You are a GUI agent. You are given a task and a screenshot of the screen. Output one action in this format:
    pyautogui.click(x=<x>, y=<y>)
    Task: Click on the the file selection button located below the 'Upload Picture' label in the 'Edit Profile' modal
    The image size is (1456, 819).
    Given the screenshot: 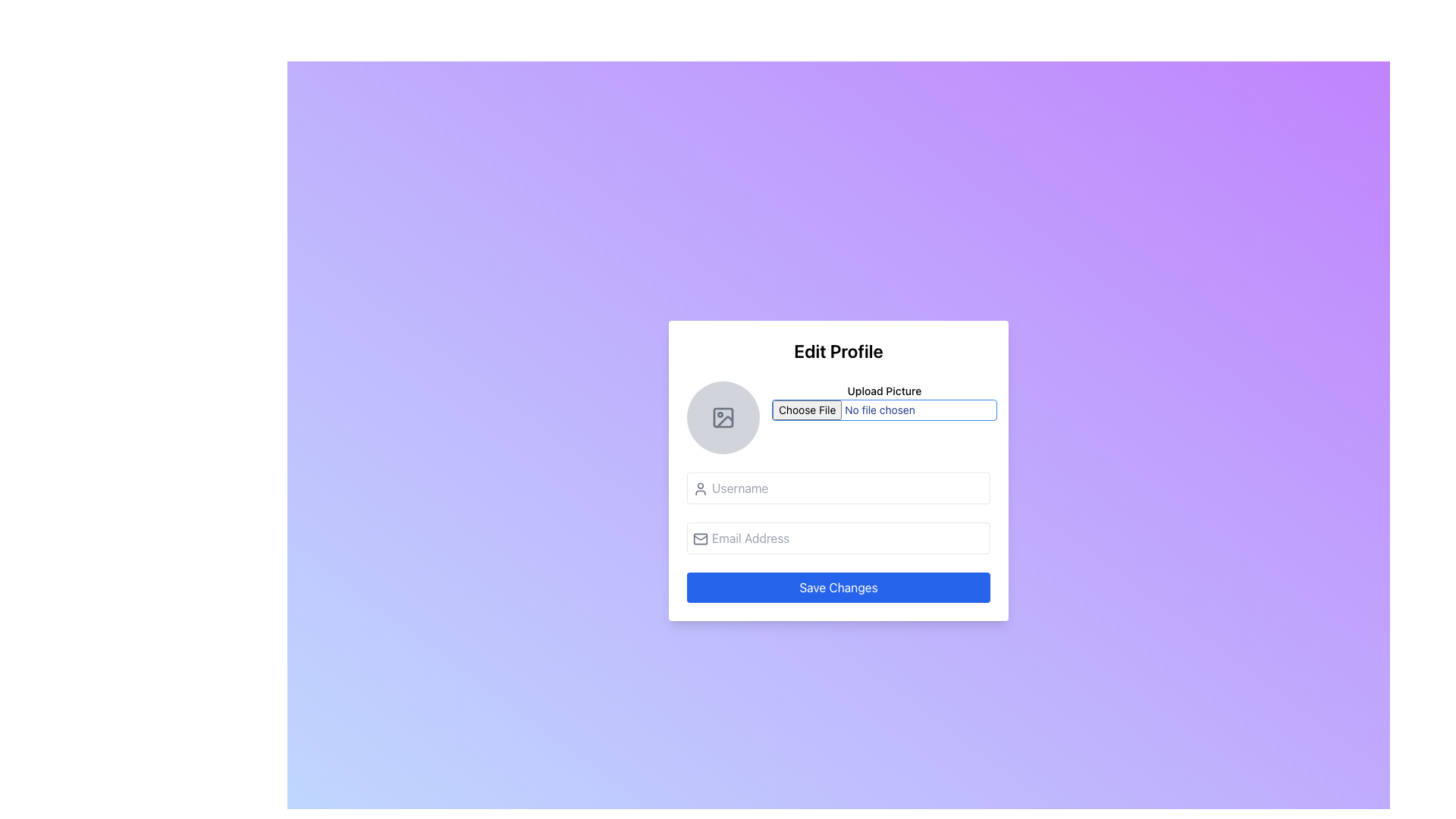 What is the action you would take?
    pyautogui.click(x=884, y=409)
    